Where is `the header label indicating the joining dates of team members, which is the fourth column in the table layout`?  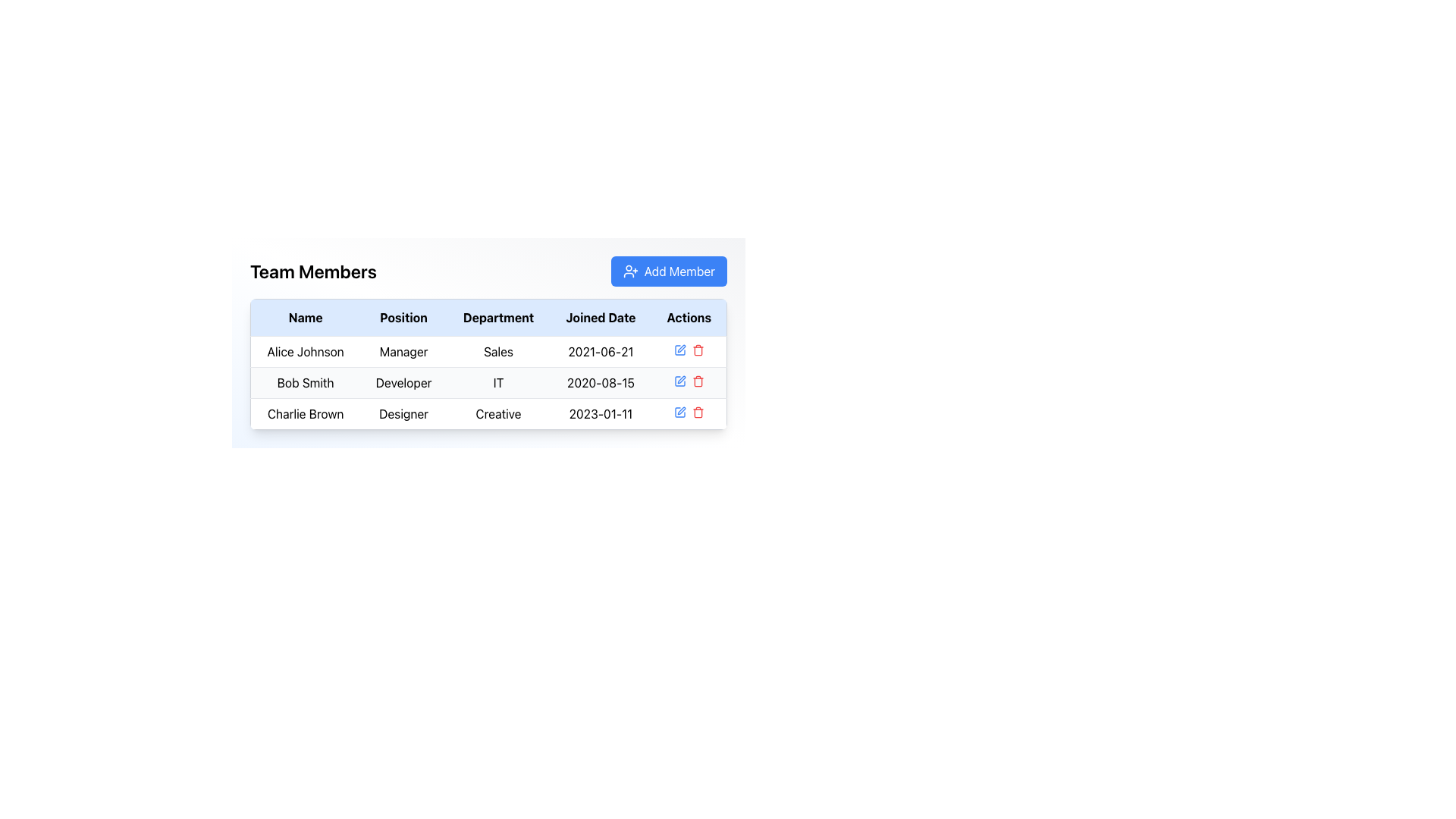 the header label indicating the joining dates of team members, which is the fourth column in the table layout is located at coordinates (600, 317).